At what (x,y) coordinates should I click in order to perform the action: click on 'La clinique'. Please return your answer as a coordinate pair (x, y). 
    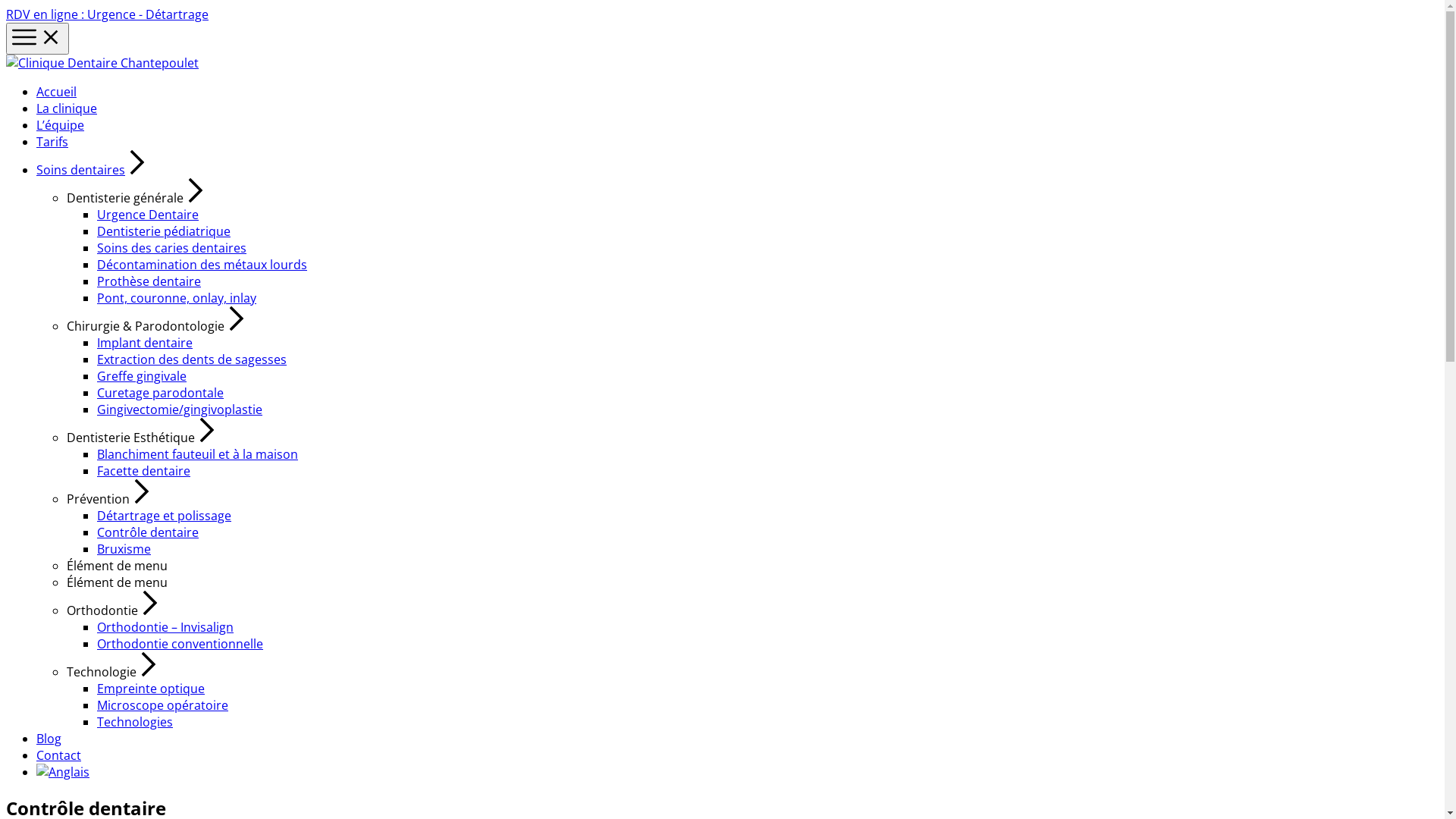
    Looking at the image, I should click on (65, 107).